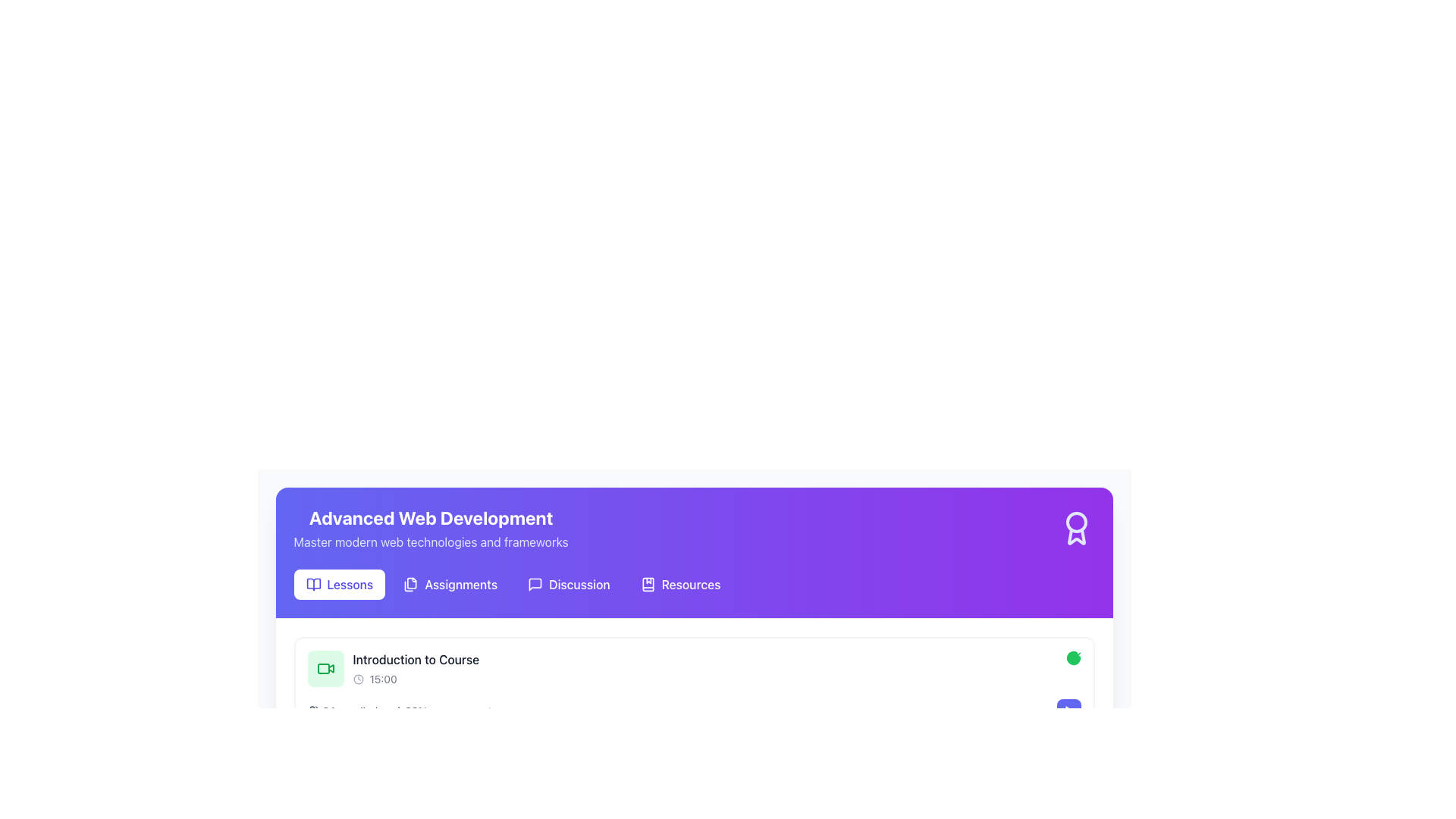  What do you see at coordinates (535, 584) in the screenshot?
I see `the 'Discussion' icon in the navigation bar, which visually represents the access point for the Discussion section located at the top of the content` at bounding box center [535, 584].